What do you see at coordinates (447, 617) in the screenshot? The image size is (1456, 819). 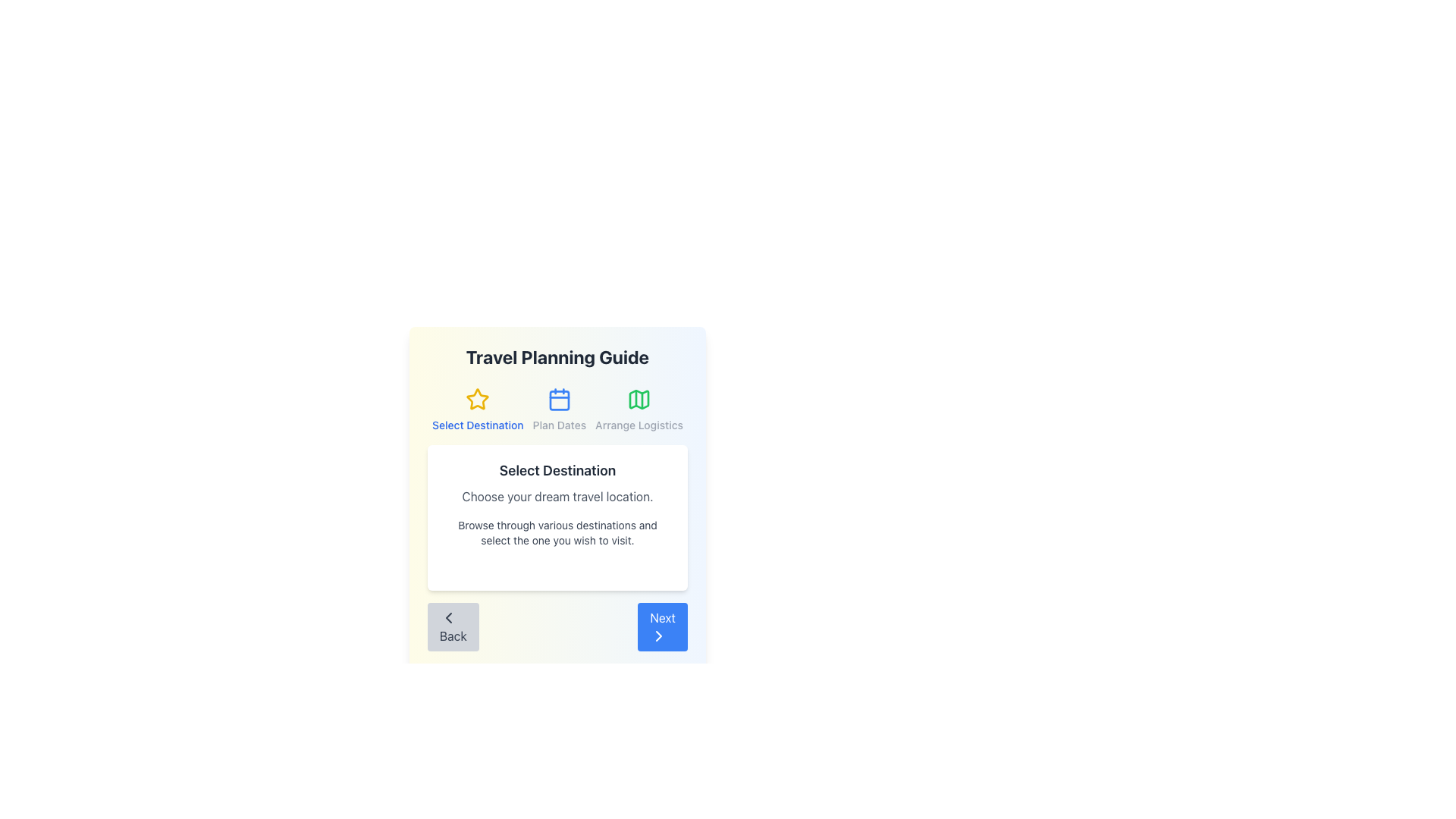 I see `the state change of the Back button's chevron icon, which is located at the bottom-left corner of the interface, adjacent to the 'Back' text` at bounding box center [447, 617].